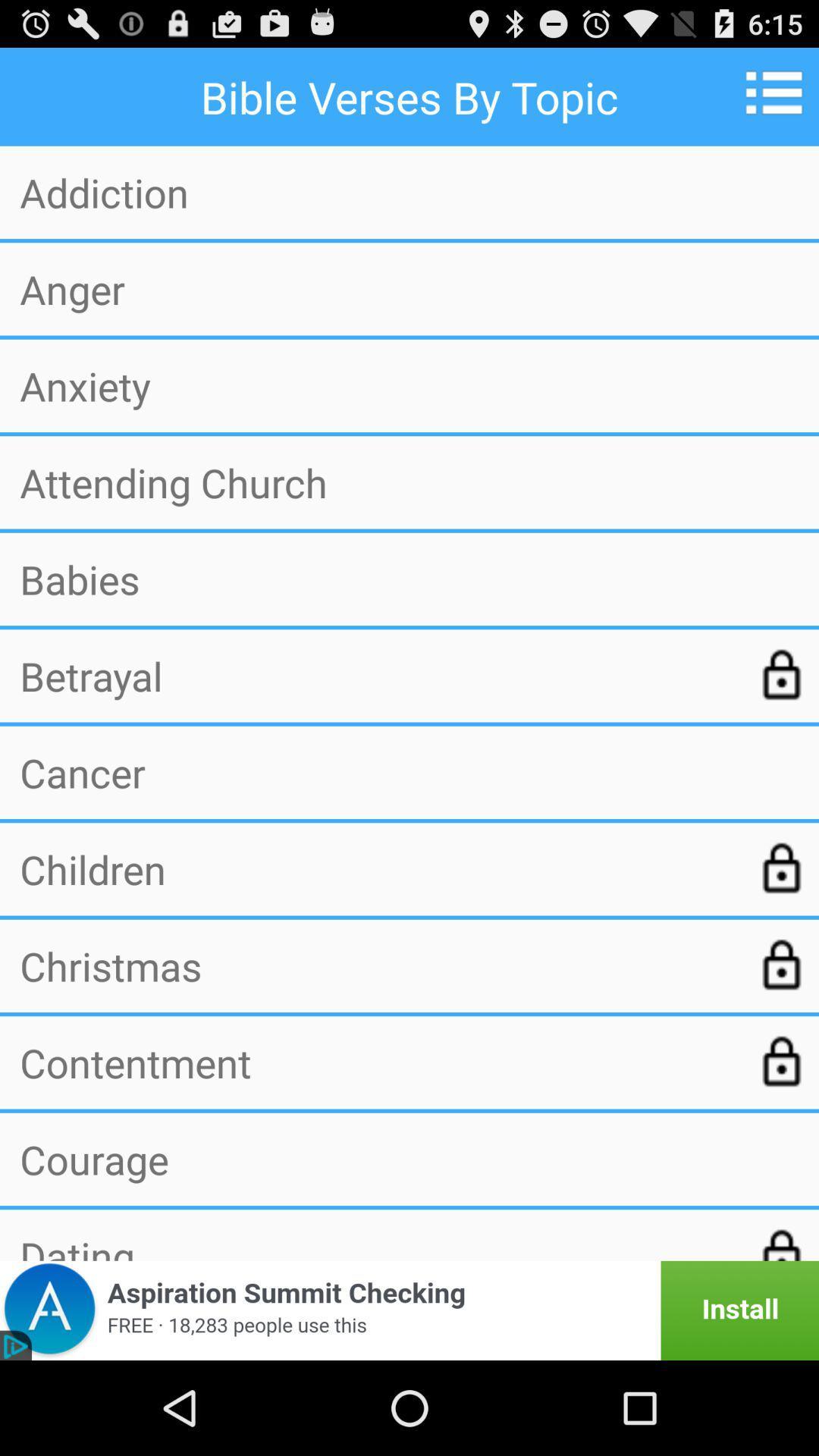 Image resolution: width=819 pixels, height=1456 pixels. Describe the element at coordinates (779, 98) in the screenshot. I see `the list icon` at that location.